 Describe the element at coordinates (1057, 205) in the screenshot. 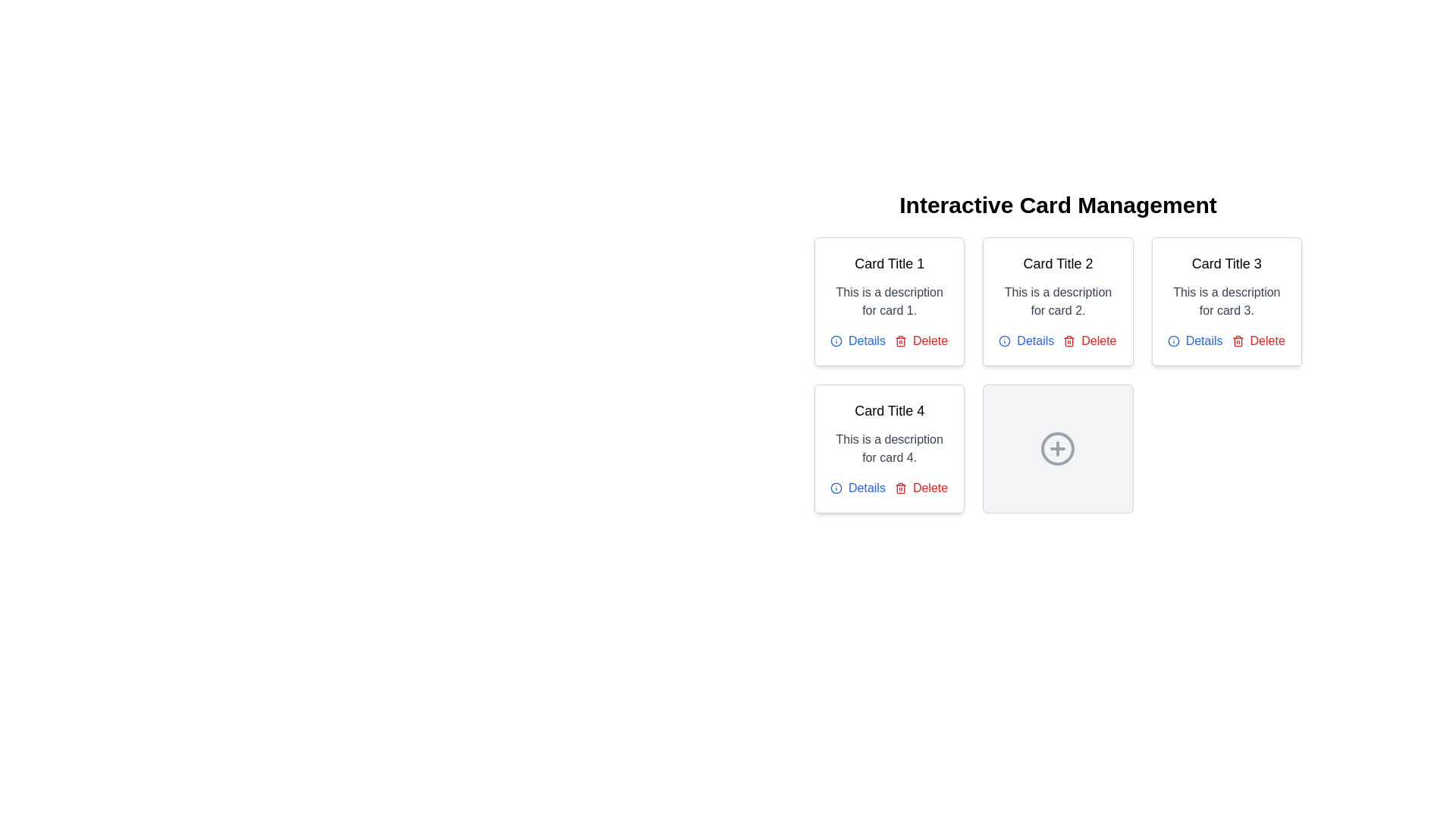

I see `header text located at the top center of the interface, which conveys the title or purpose of the current content` at that location.